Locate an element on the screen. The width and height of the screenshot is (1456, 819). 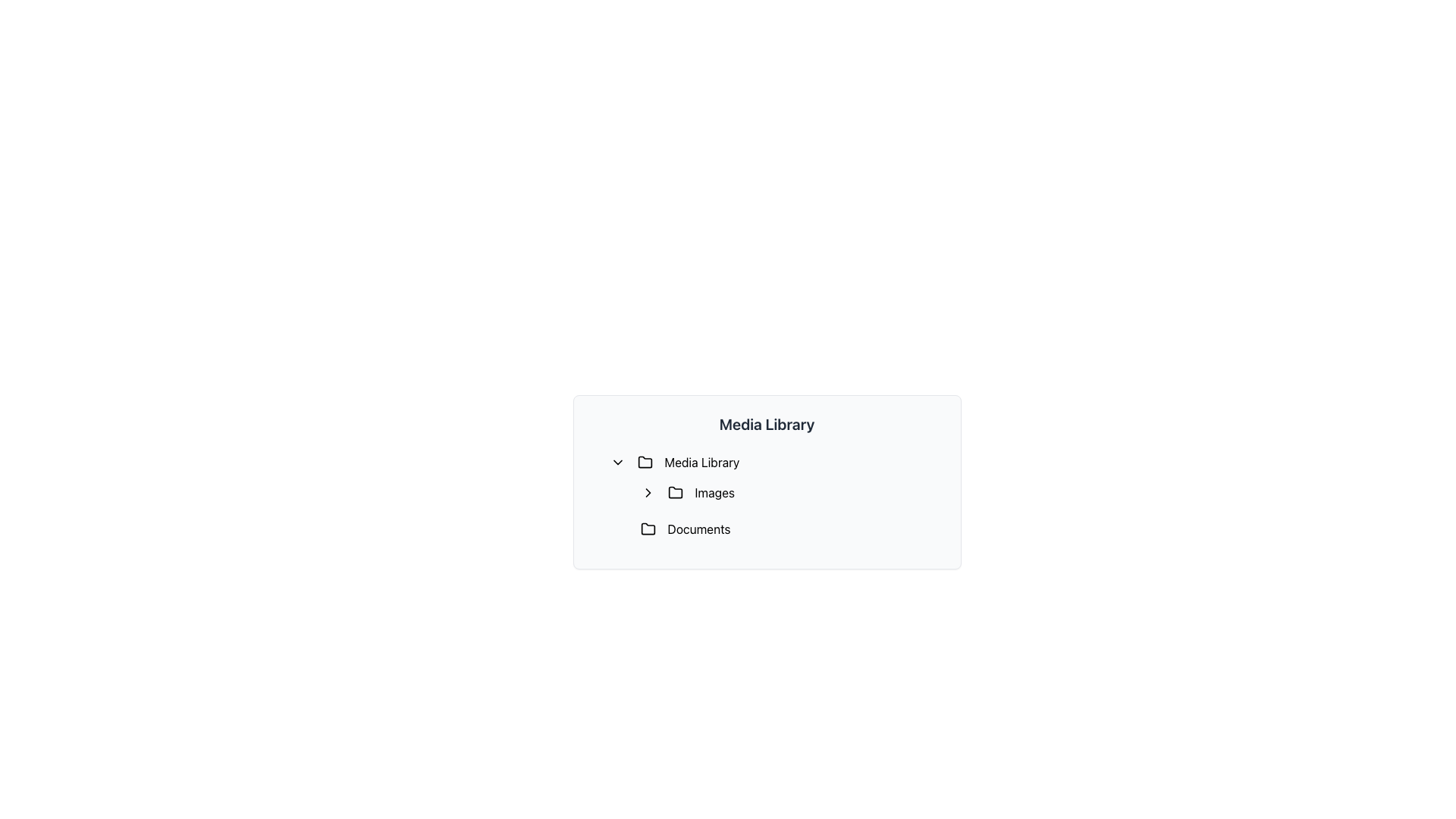
the Chevron Icon located to the left of the 'Images' text within the second item under the 'Media Library' section is located at coordinates (648, 493).